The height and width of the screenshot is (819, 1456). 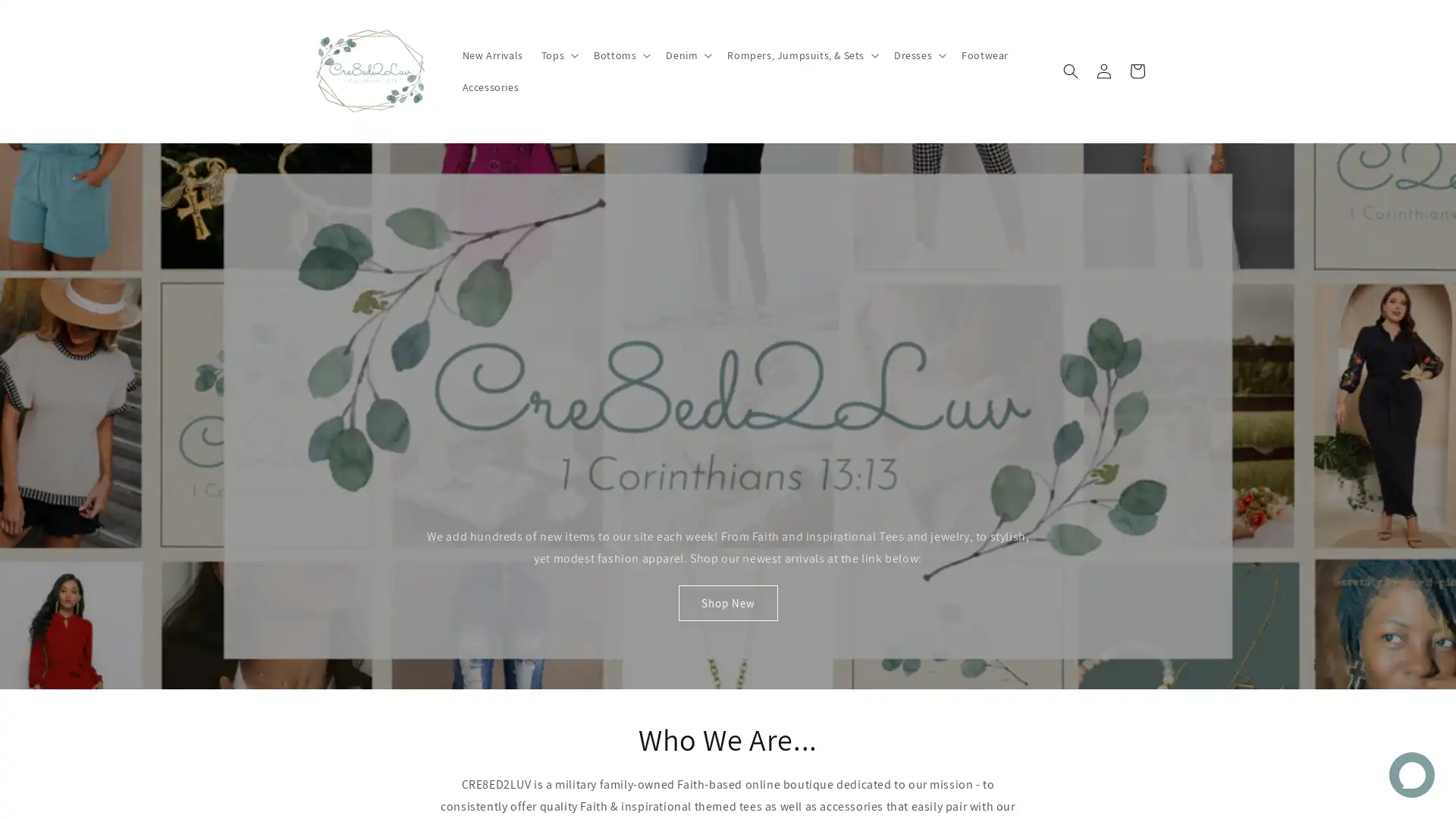 I want to click on Tops, so click(x=557, y=105).